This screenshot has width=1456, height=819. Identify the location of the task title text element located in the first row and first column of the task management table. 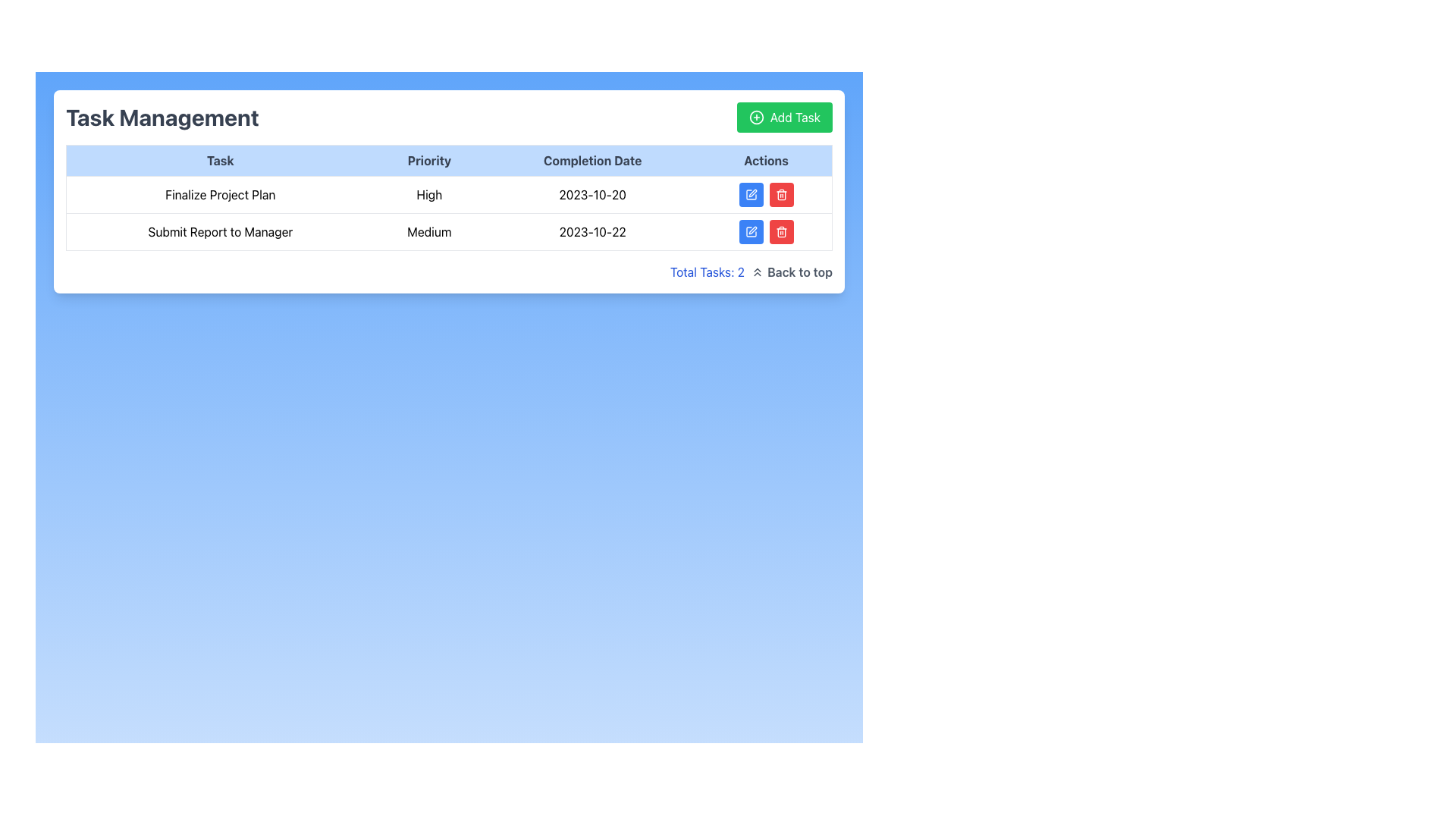
(219, 194).